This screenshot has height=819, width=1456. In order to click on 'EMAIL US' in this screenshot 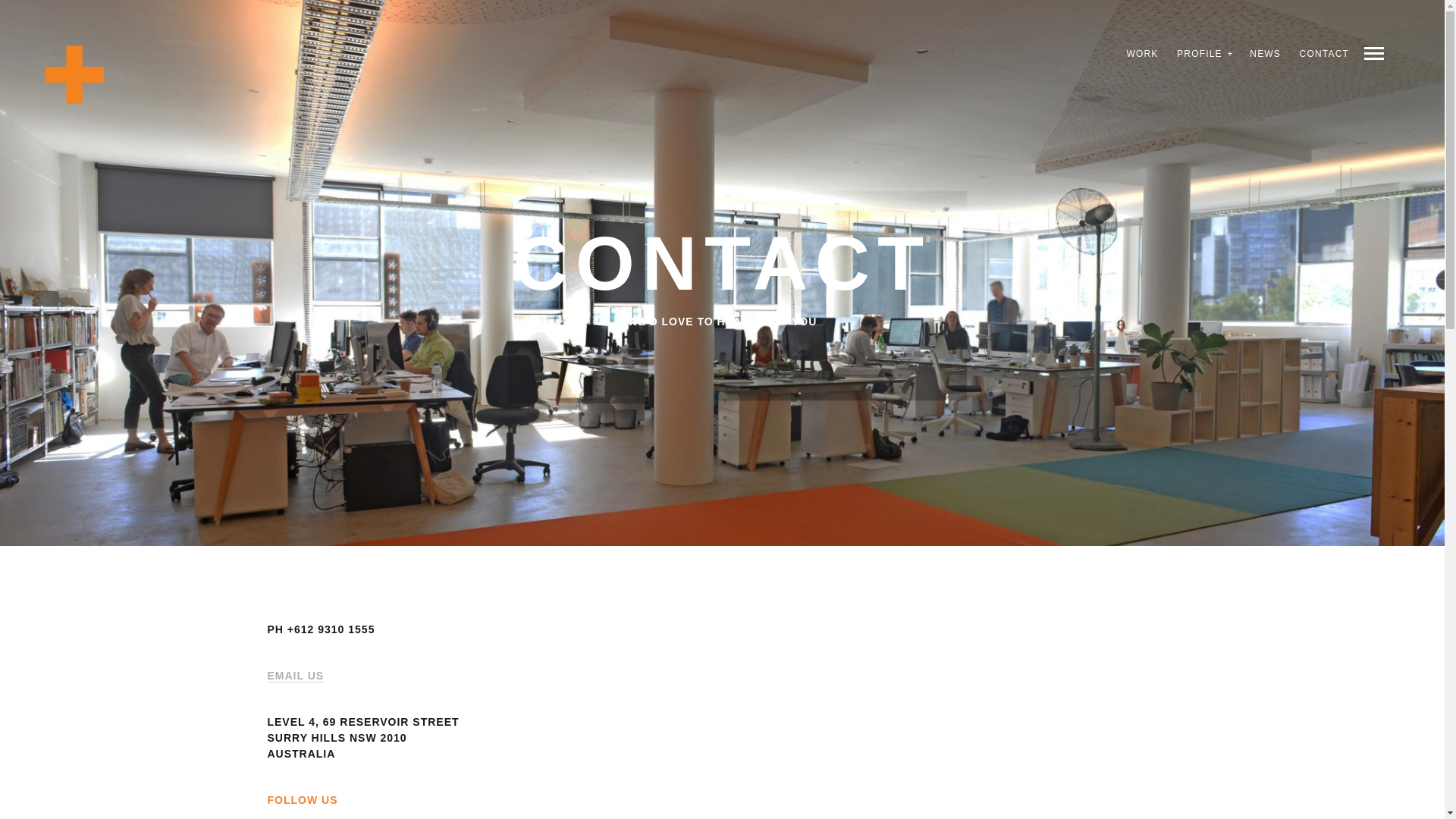, I will do `click(295, 675)`.